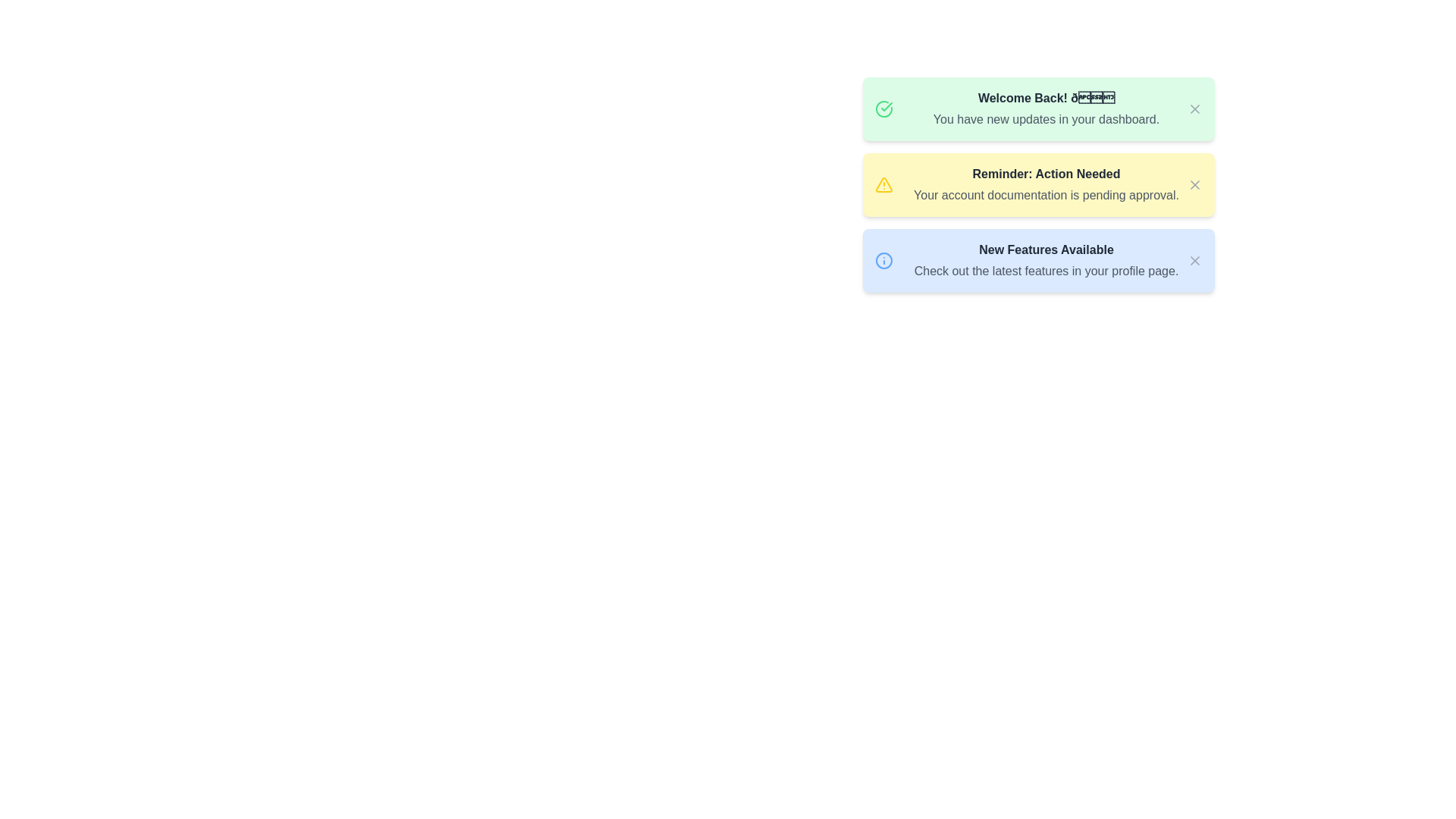 The width and height of the screenshot is (1456, 819). I want to click on the title text in the light blue notification card that introduces new features, located at the center of the card, so click(1046, 249).